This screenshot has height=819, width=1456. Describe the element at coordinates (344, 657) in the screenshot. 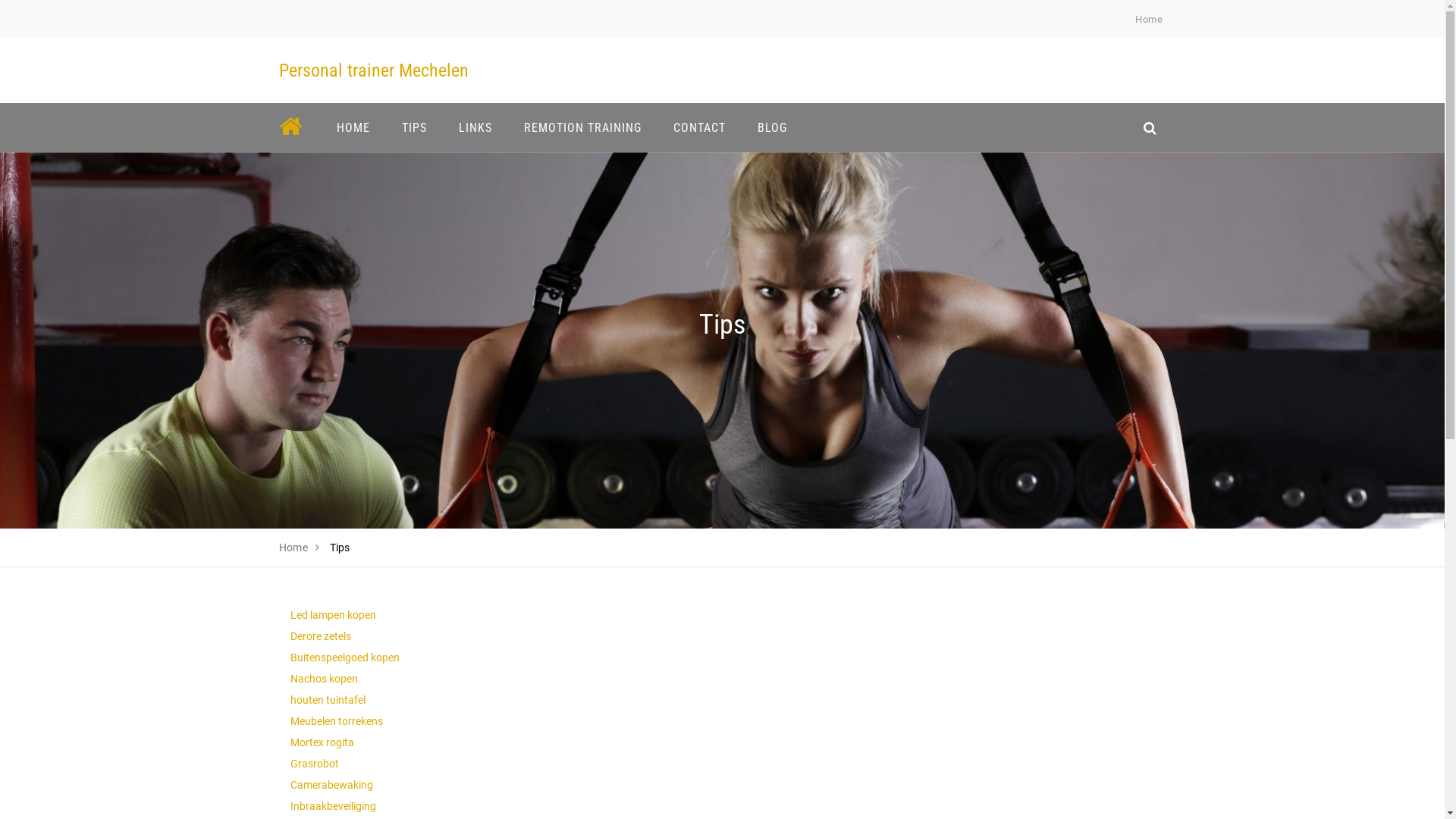

I see `'Buitenspeelgoed kopen'` at that location.